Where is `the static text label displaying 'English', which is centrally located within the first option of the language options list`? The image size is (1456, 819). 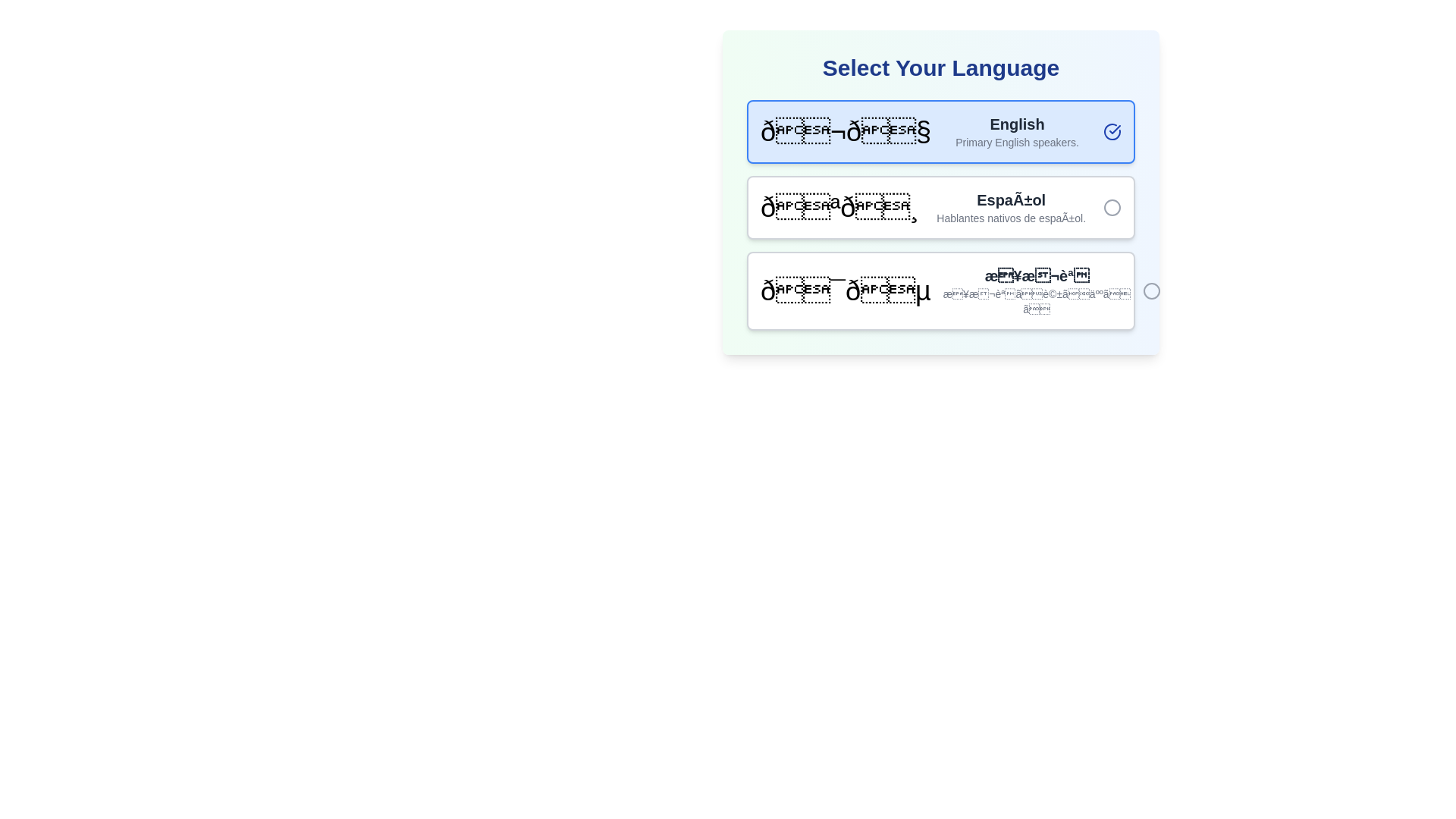
the static text label displaying 'English', which is centrally located within the first option of the language options list is located at coordinates (1017, 124).